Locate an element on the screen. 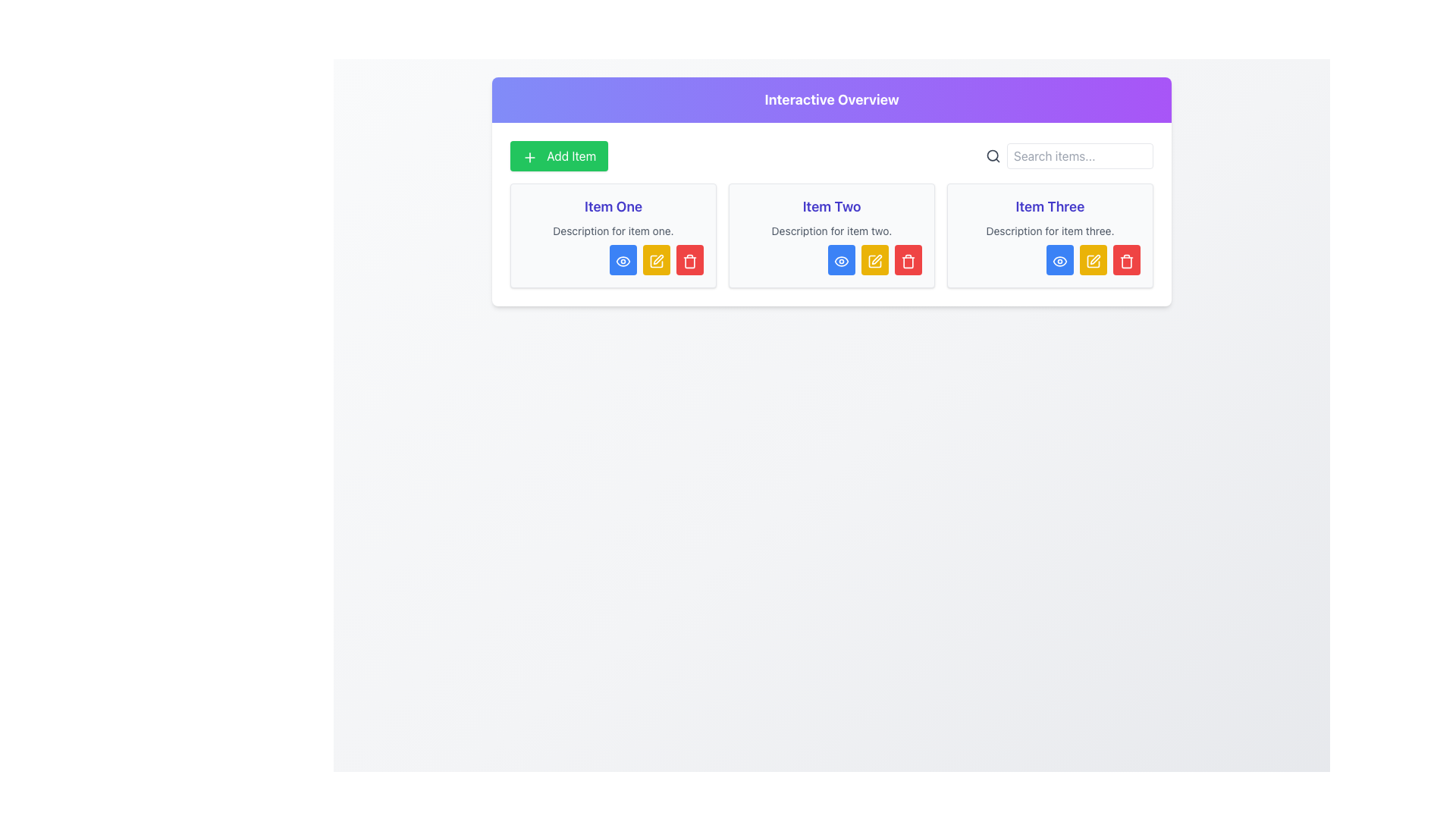  the gray magnifying glass icon representing search functionality, located to the left of the 'Search items...' text input box is located at coordinates (993, 155).